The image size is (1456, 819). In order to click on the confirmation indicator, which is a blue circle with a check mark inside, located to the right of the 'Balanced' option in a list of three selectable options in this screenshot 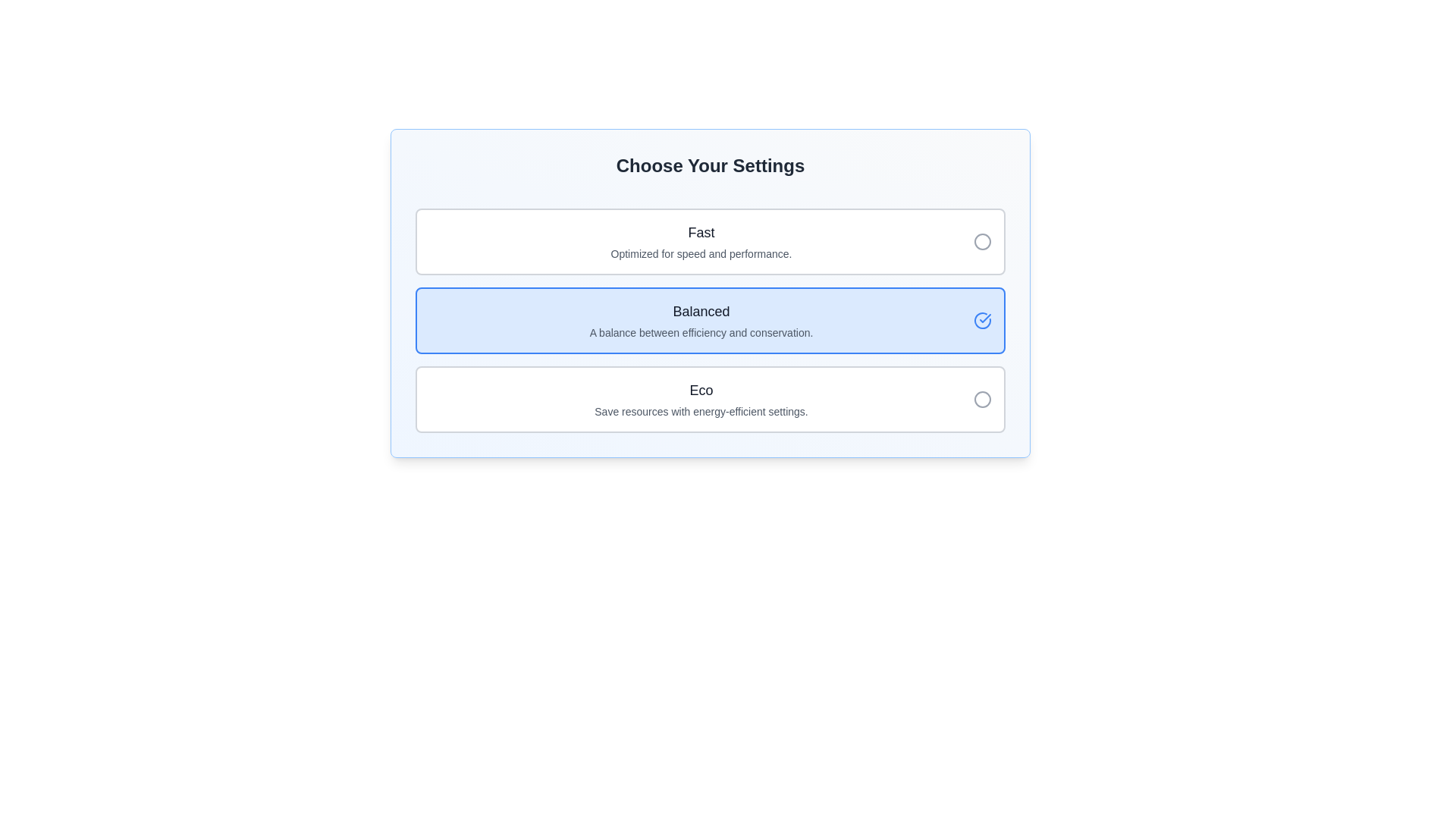, I will do `click(983, 320)`.